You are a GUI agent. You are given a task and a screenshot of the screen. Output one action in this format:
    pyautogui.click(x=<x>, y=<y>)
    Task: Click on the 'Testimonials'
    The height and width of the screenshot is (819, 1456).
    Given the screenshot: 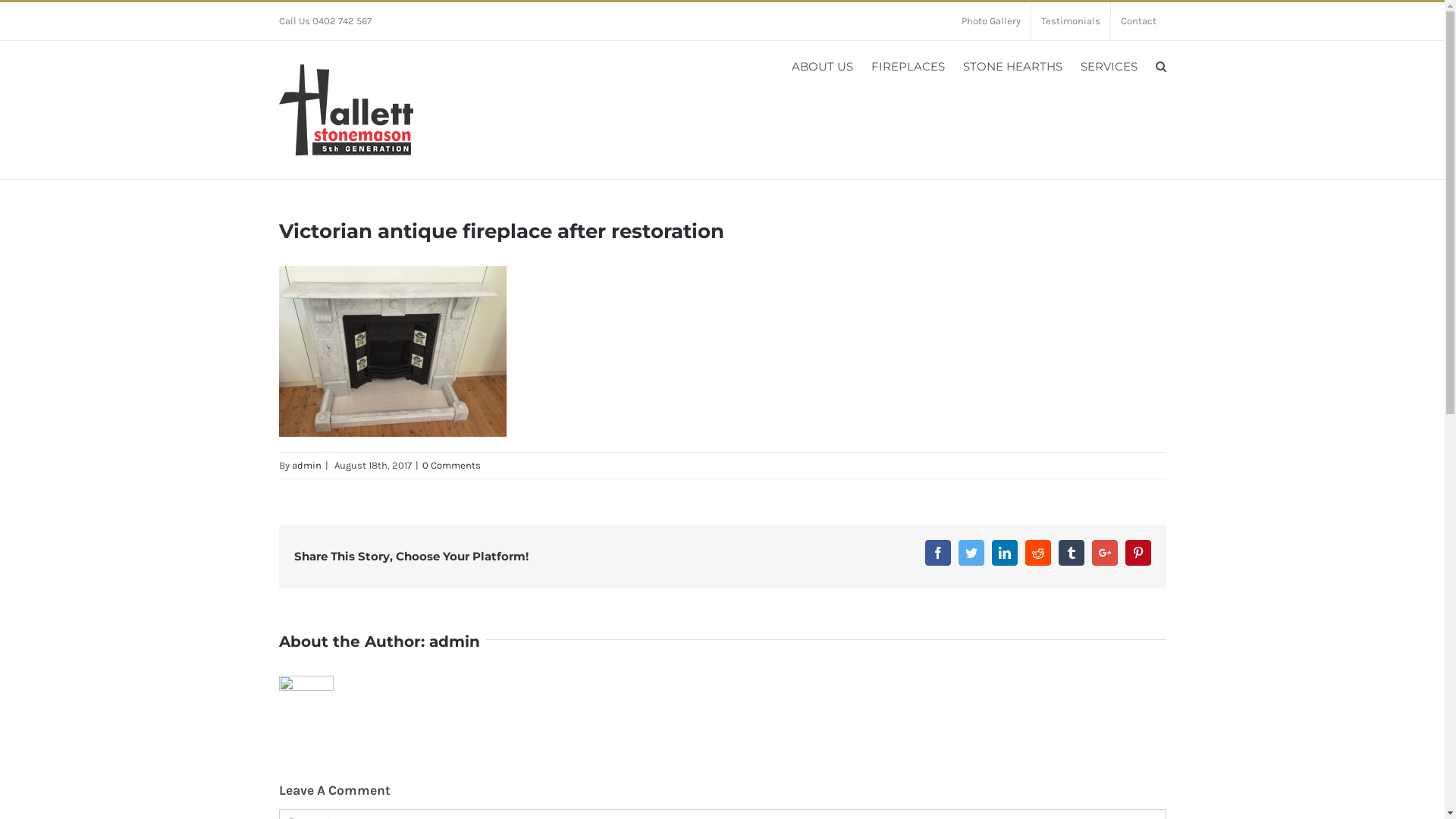 What is the action you would take?
    pyautogui.click(x=1069, y=20)
    